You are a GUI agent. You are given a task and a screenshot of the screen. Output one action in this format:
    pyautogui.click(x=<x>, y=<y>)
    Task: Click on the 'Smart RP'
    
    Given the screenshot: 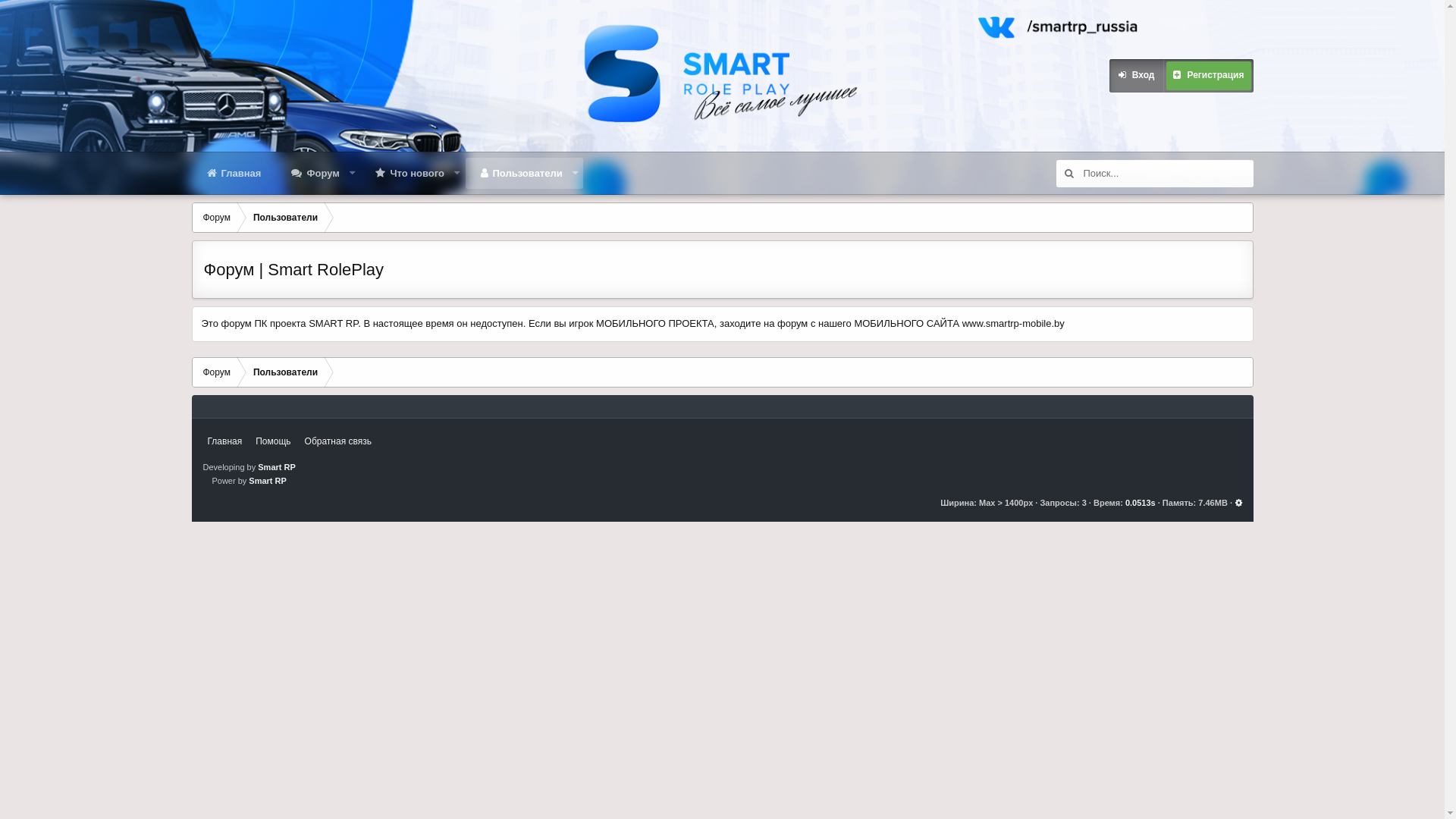 What is the action you would take?
    pyautogui.click(x=268, y=480)
    